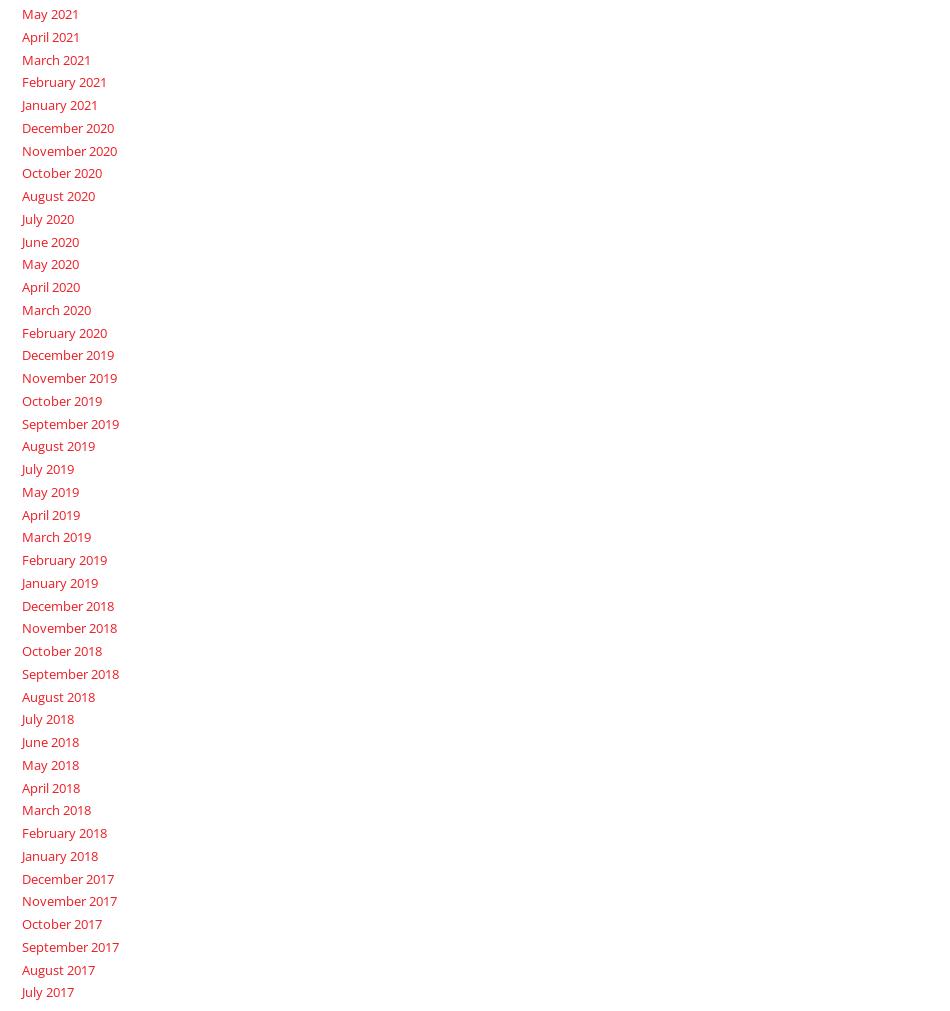 The height and width of the screenshot is (1011, 950). I want to click on 'February 2019', so click(63, 559).